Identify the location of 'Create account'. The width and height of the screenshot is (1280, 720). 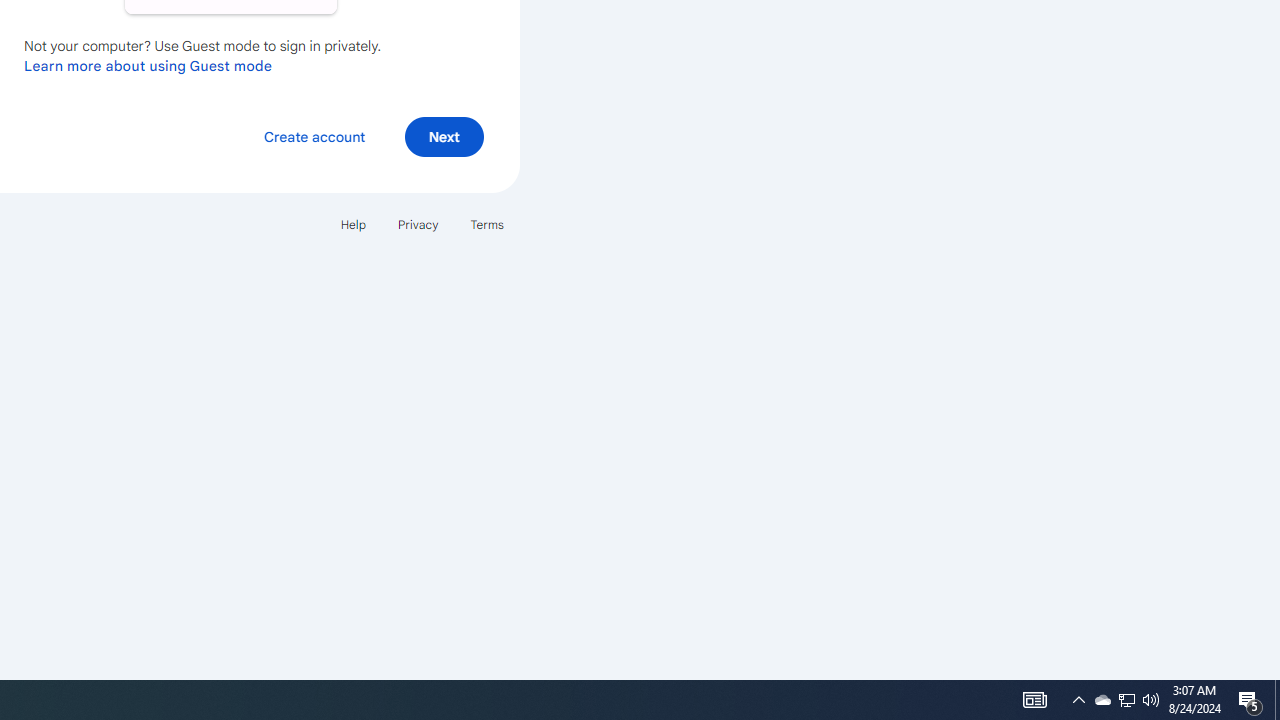
(313, 135).